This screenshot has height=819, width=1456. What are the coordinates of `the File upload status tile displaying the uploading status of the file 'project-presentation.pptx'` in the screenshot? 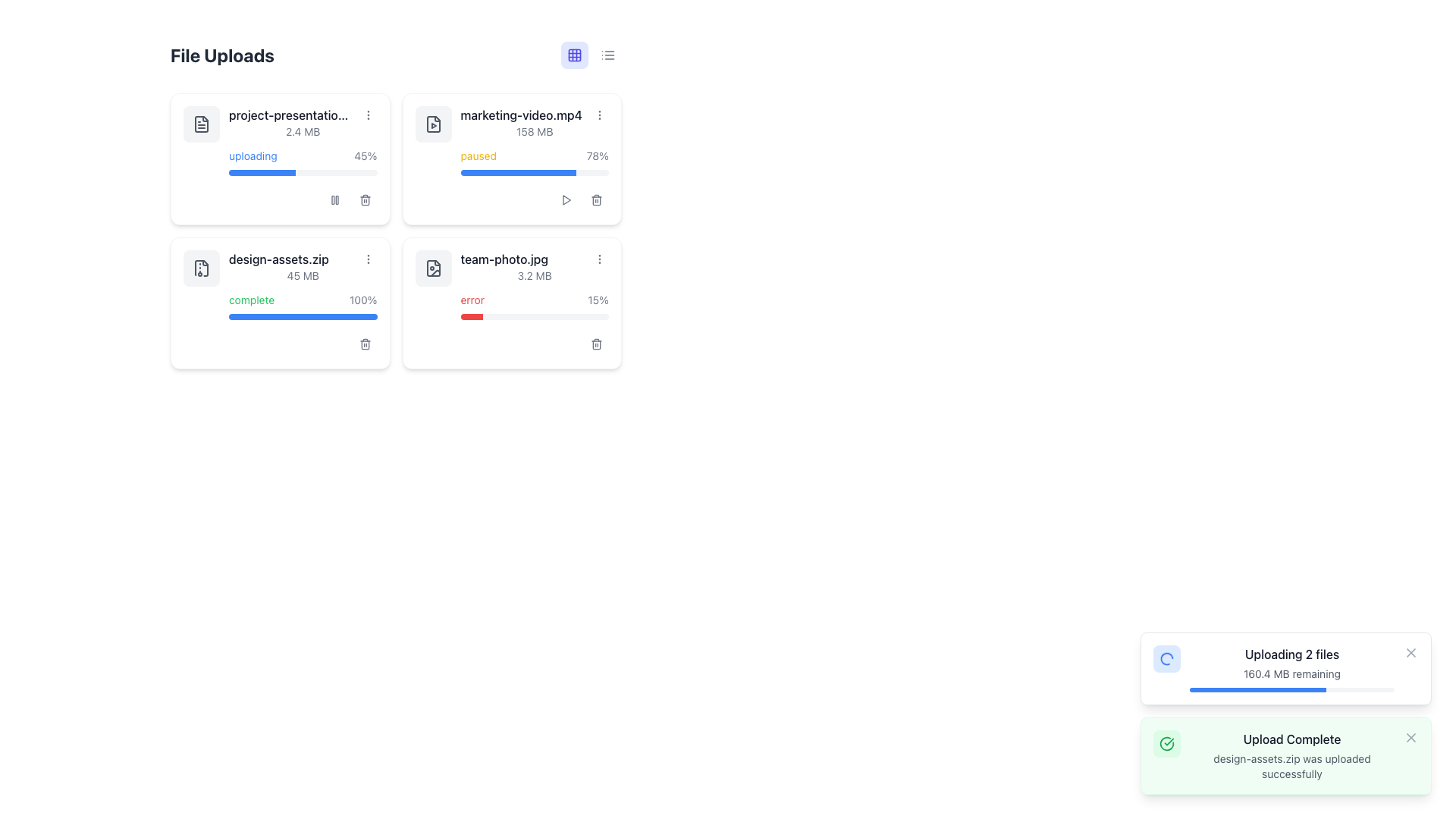 It's located at (303, 140).